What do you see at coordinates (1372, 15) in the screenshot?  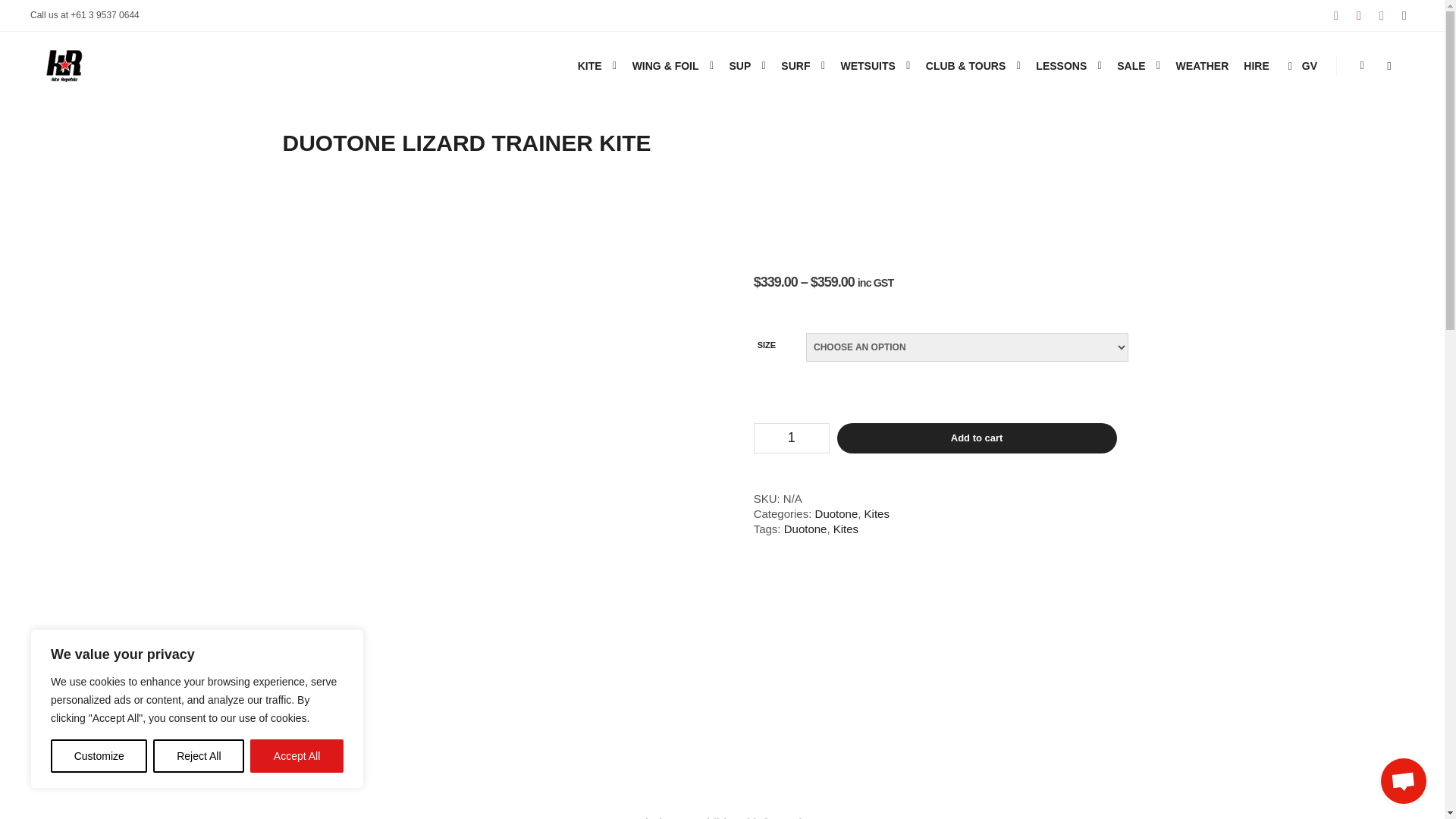 I see `'Facebook'` at bounding box center [1372, 15].